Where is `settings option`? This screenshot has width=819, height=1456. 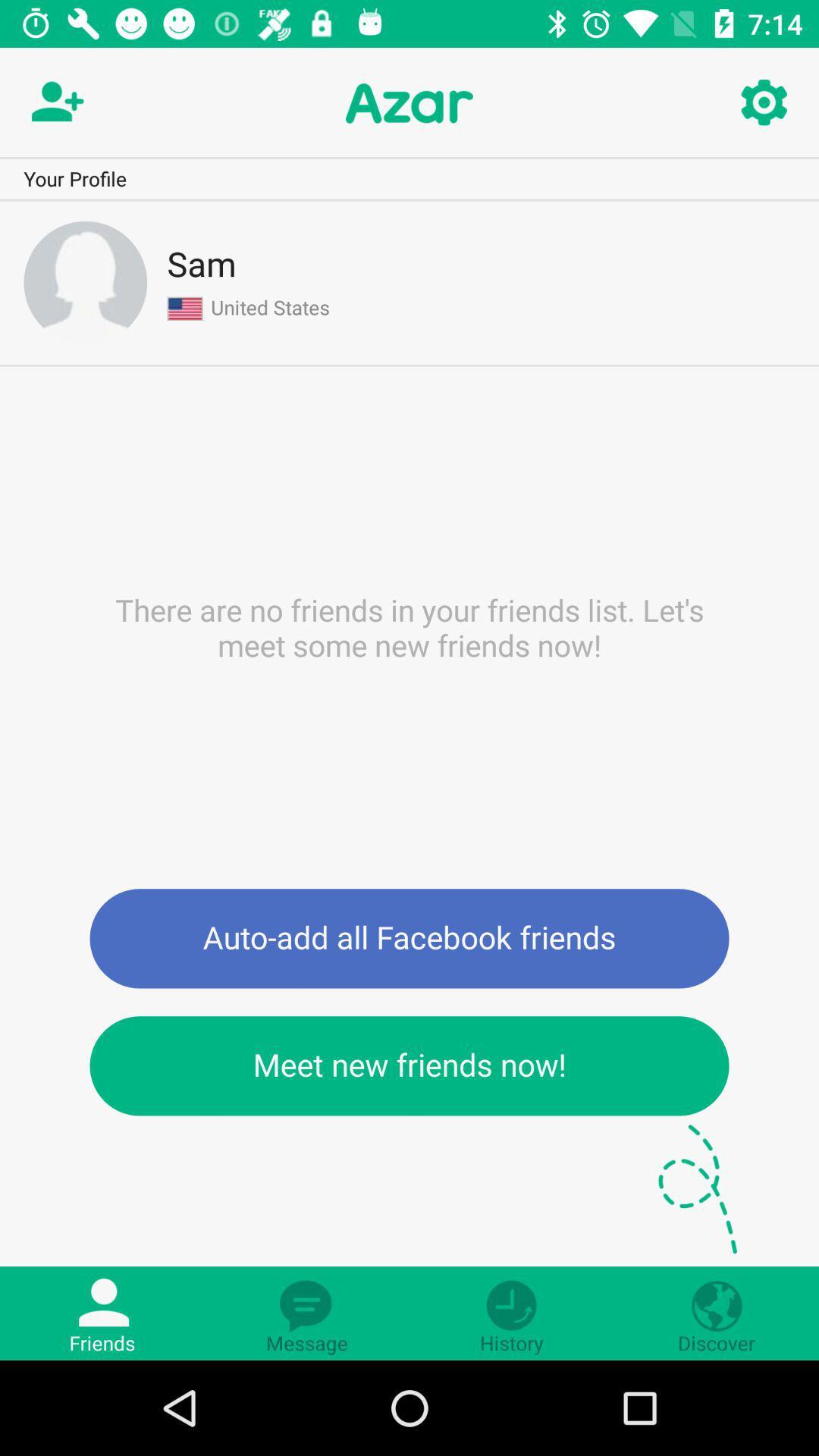
settings option is located at coordinates (763, 102).